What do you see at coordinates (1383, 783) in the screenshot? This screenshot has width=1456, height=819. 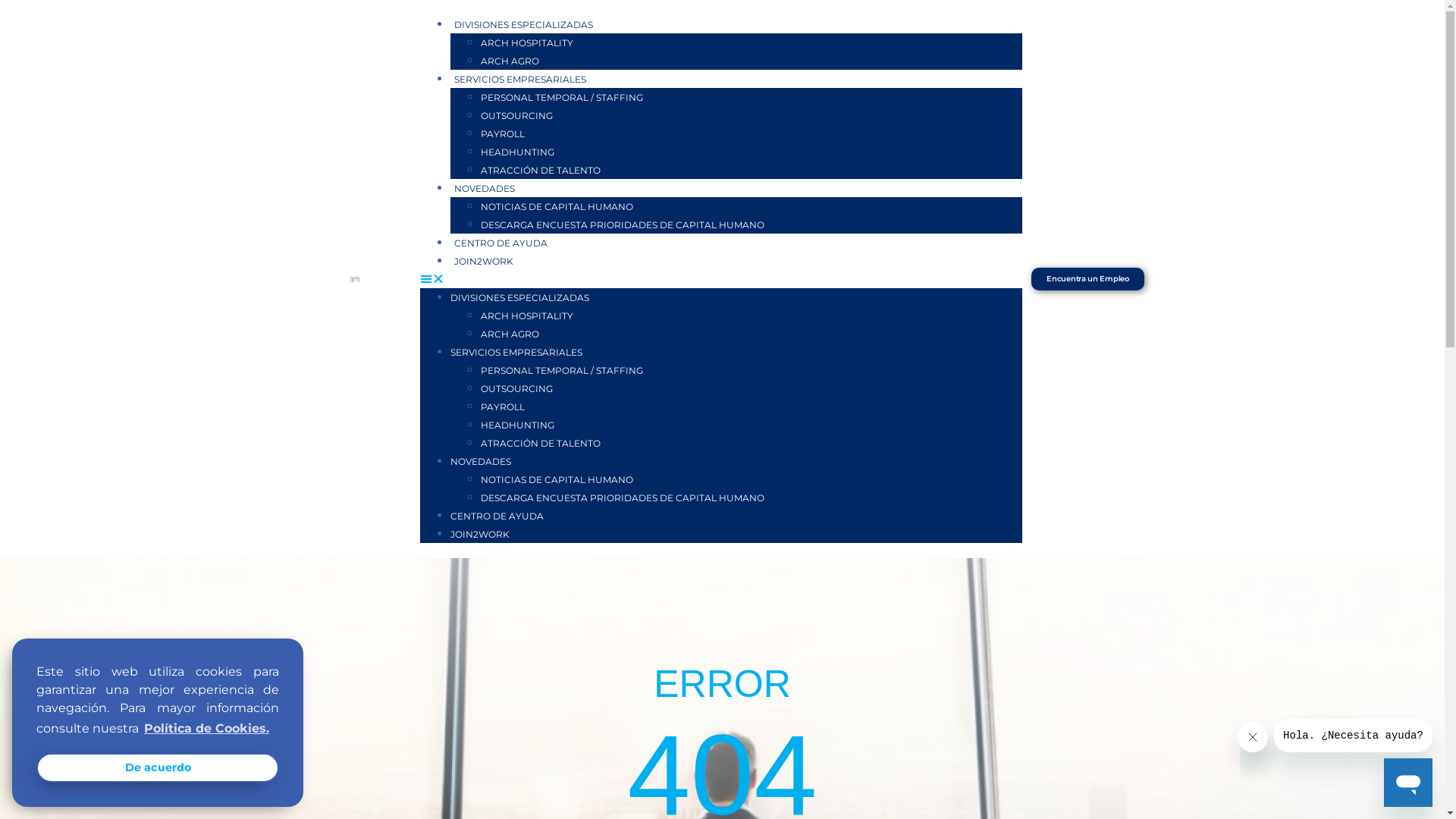 I see `'Button to launch messaging window'` at bounding box center [1383, 783].